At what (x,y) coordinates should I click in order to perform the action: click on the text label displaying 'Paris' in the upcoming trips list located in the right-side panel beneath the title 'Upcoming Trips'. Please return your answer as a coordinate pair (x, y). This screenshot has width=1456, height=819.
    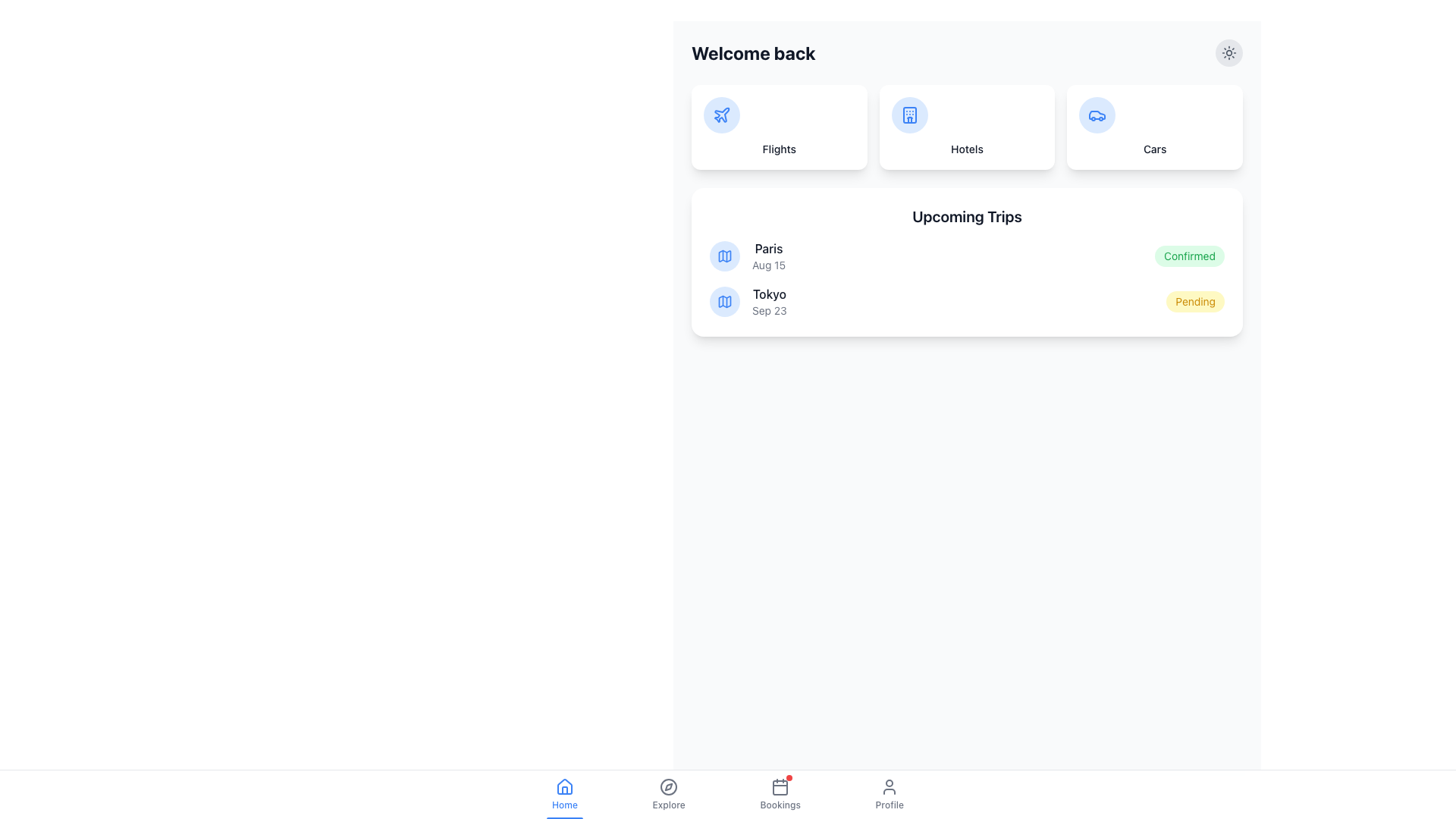
    Looking at the image, I should click on (768, 247).